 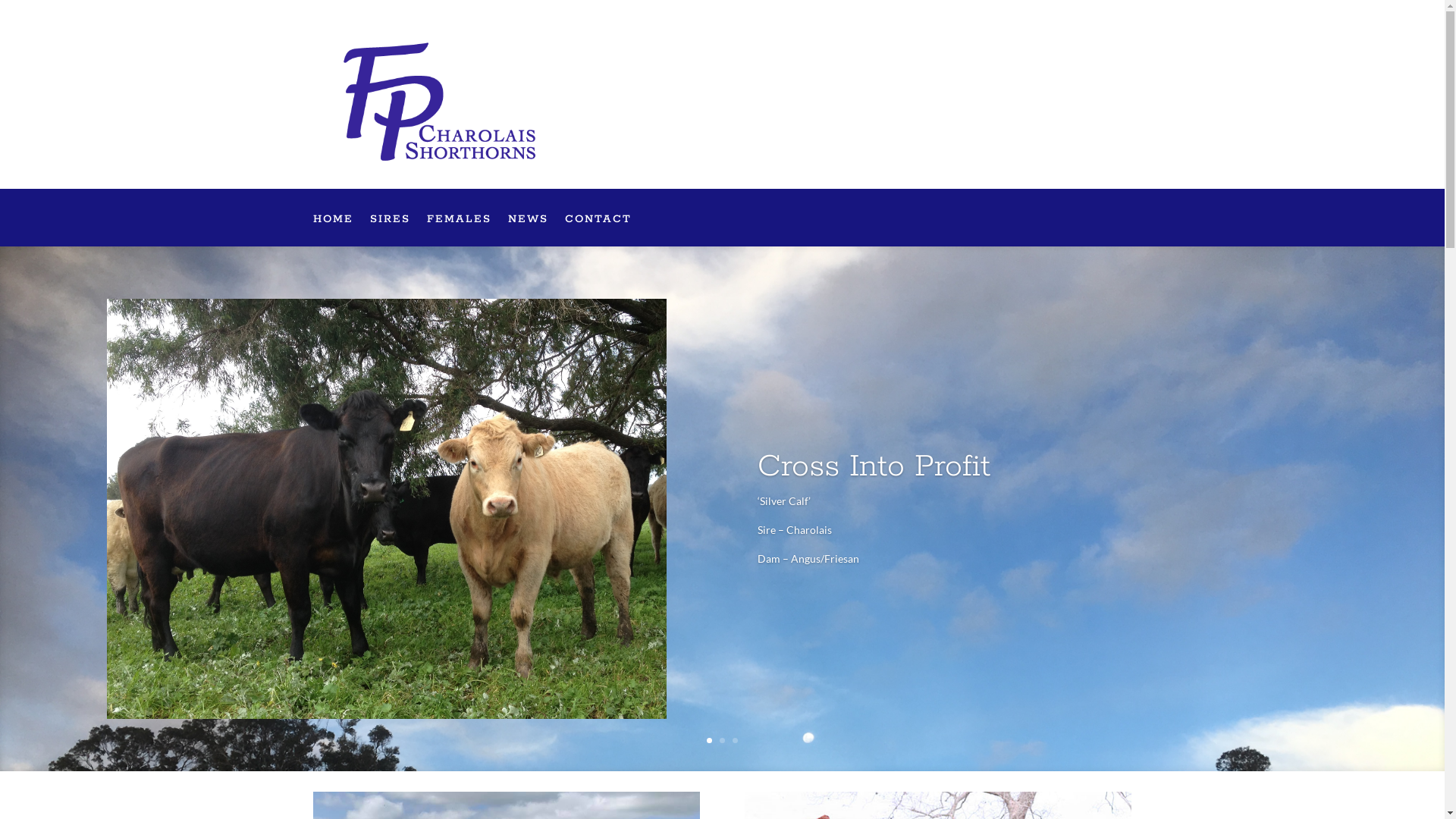 What do you see at coordinates (596, 230) in the screenshot?
I see `'CONTACT'` at bounding box center [596, 230].